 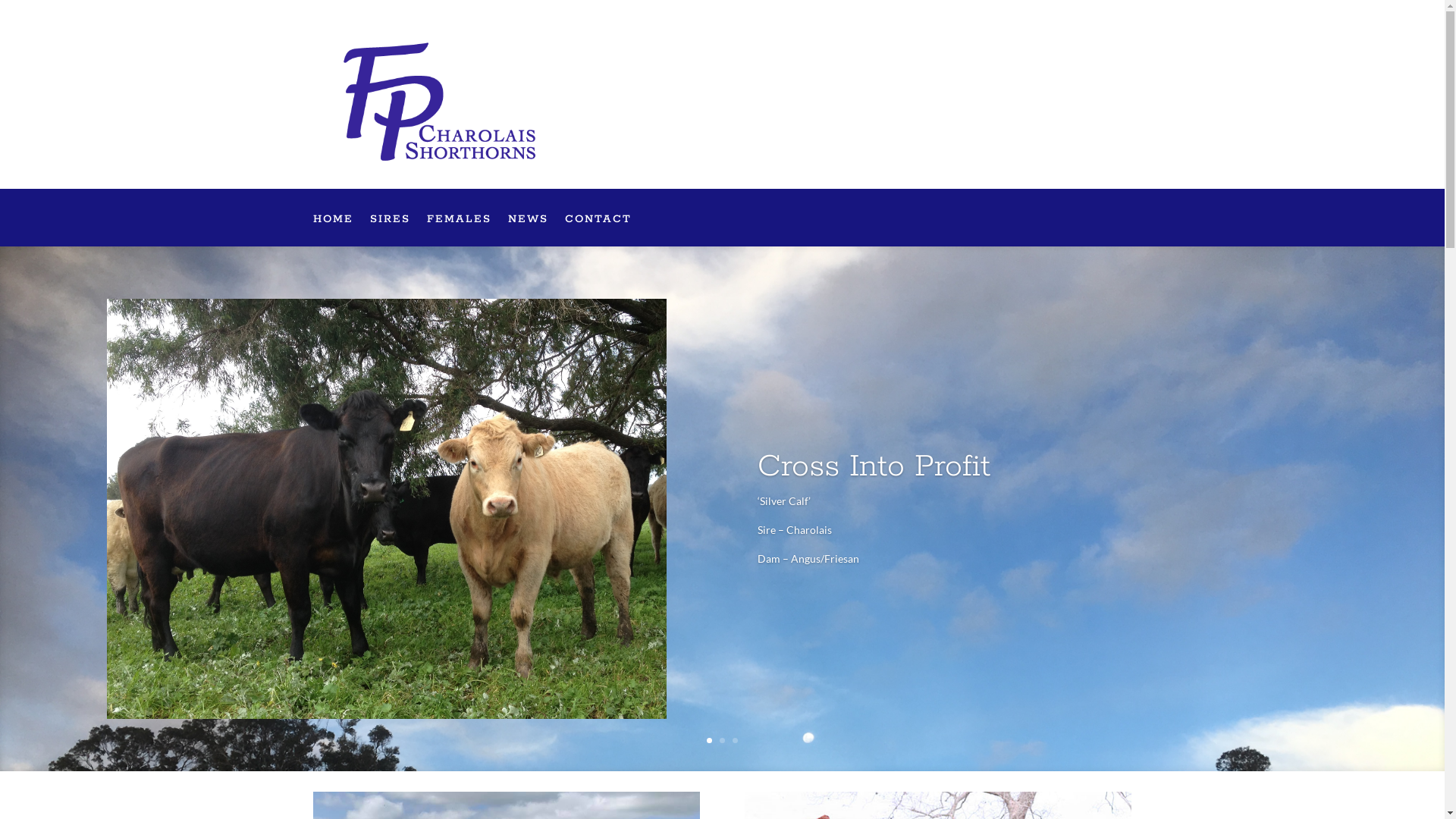 What do you see at coordinates (596, 230) in the screenshot?
I see `'CONTACT'` at bounding box center [596, 230].